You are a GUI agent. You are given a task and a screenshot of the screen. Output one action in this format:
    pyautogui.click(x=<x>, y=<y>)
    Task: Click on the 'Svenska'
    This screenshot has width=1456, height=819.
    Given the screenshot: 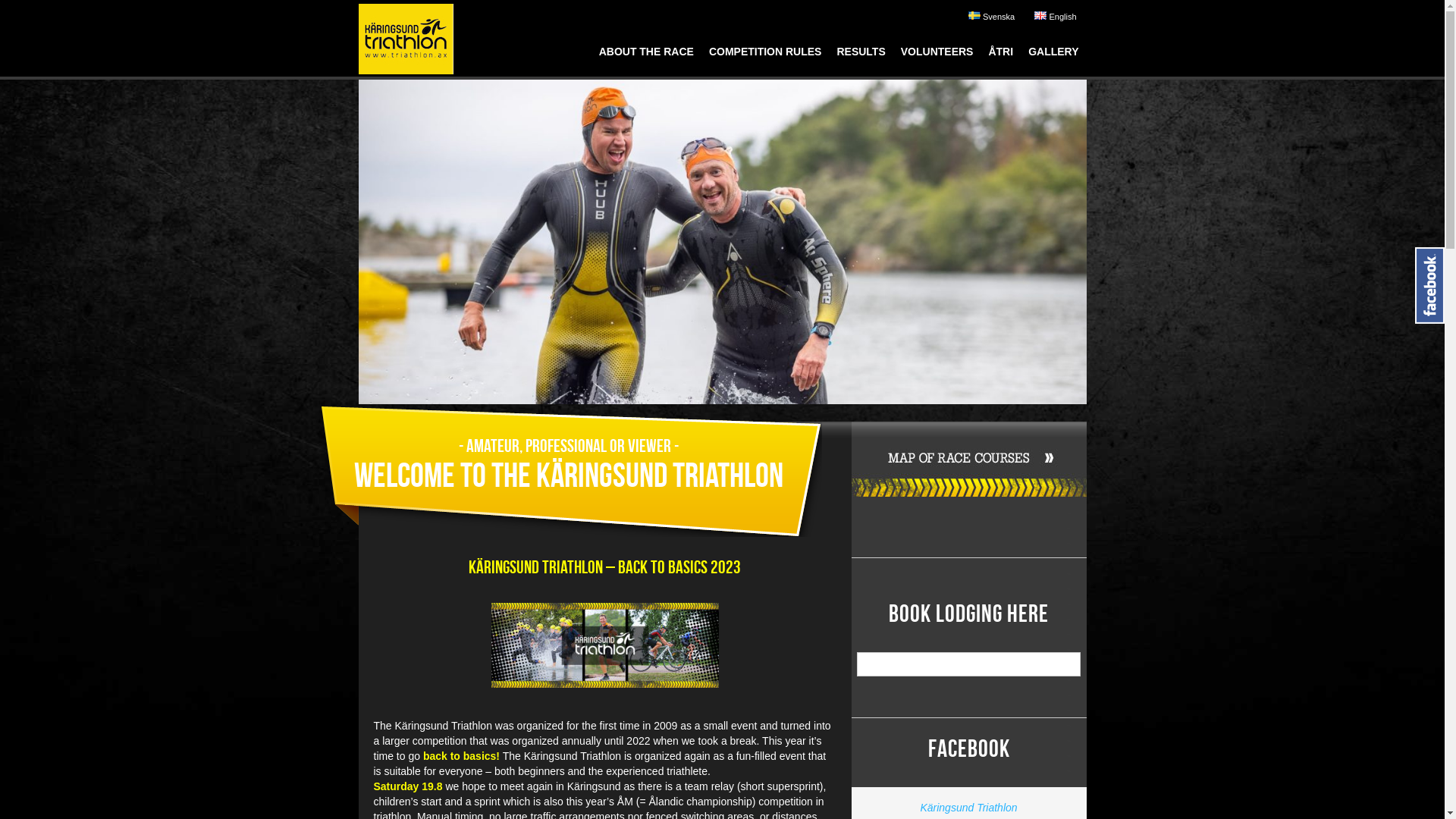 What is the action you would take?
    pyautogui.click(x=991, y=16)
    